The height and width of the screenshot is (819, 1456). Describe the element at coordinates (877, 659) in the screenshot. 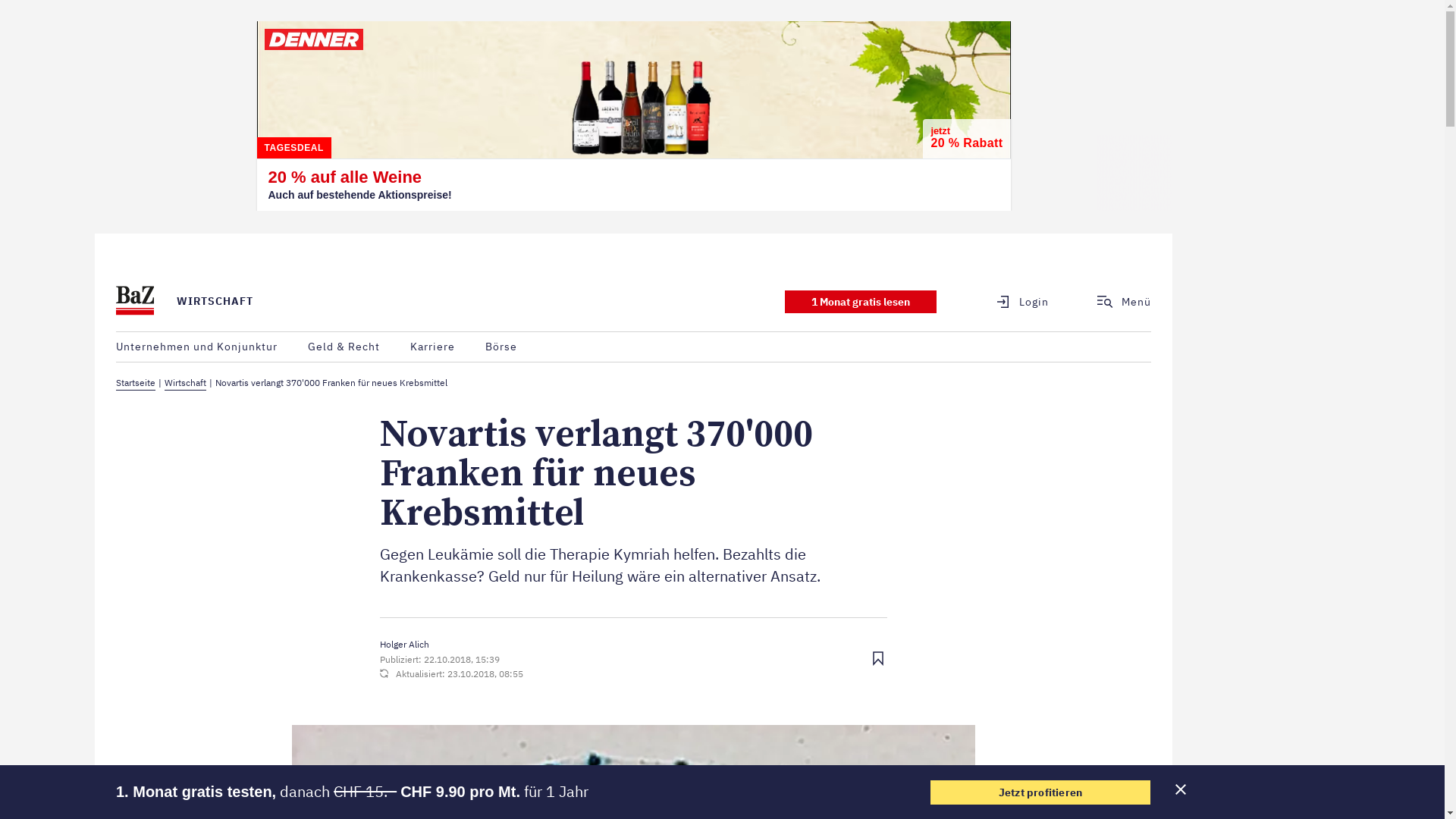

I see `'Artikel merken'` at that location.